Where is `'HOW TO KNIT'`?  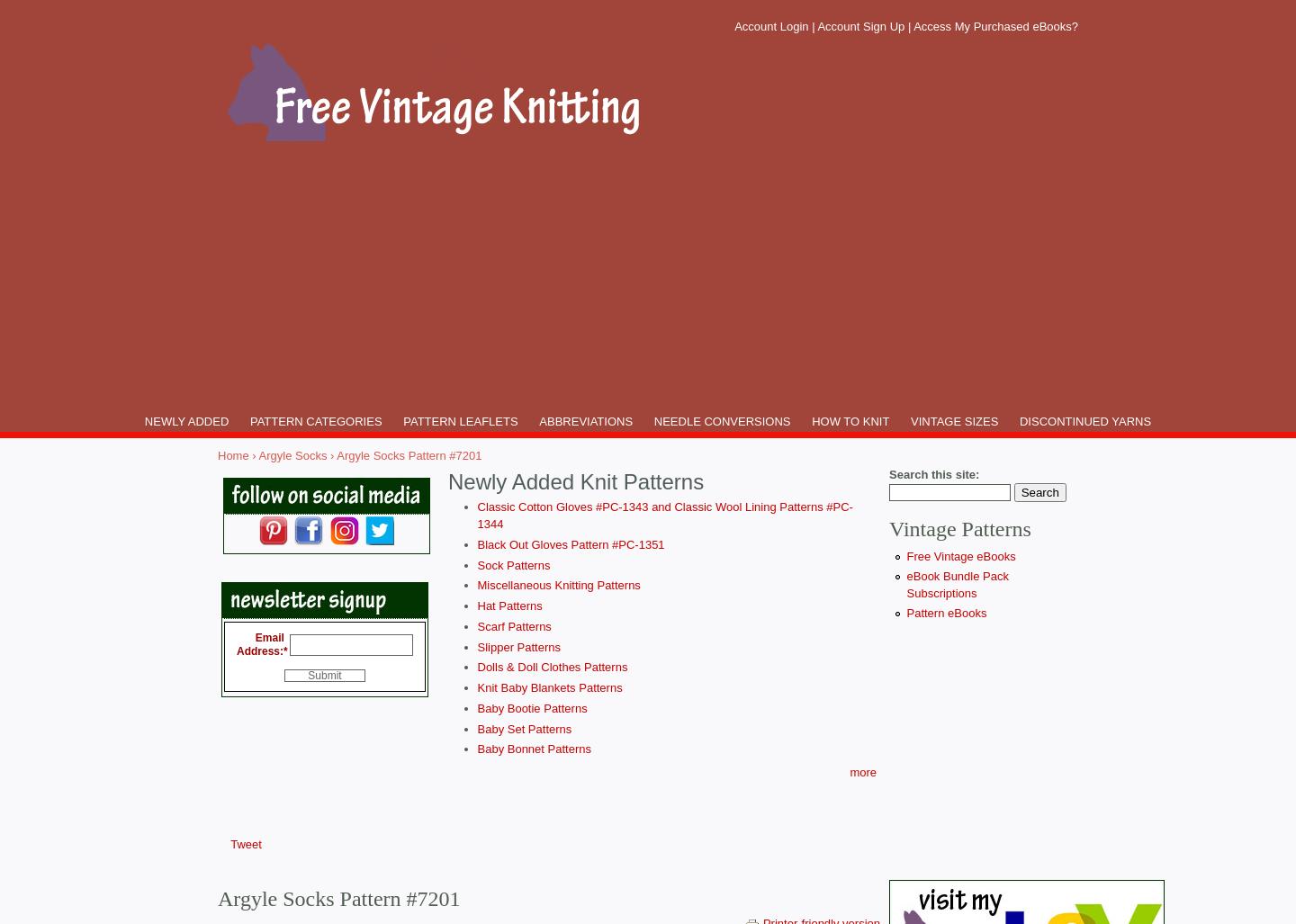
'HOW TO KNIT' is located at coordinates (850, 421).